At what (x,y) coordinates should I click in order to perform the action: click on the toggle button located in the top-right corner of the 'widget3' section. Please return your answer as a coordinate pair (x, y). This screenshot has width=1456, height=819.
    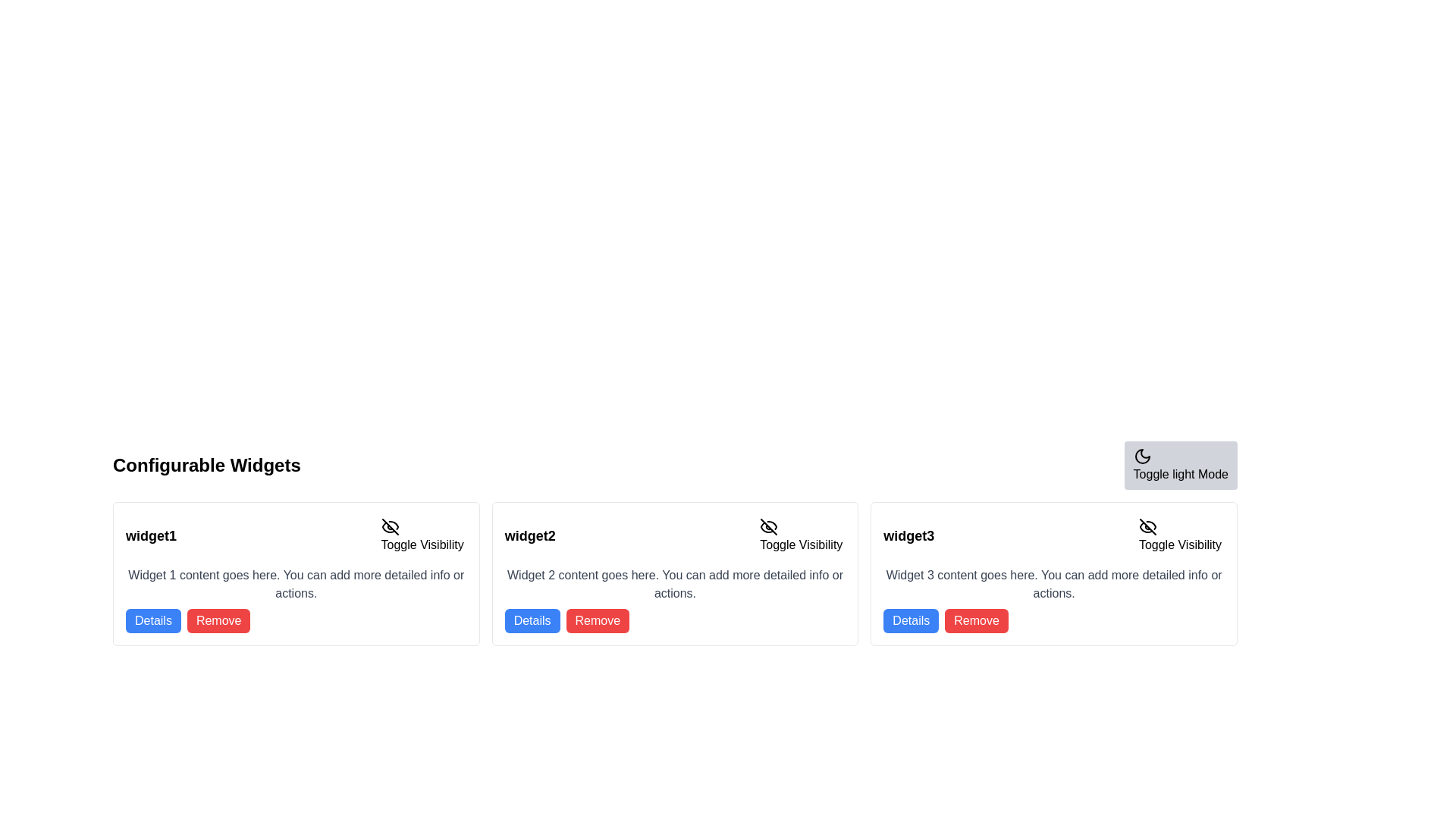
    Looking at the image, I should click on (1179, 535).